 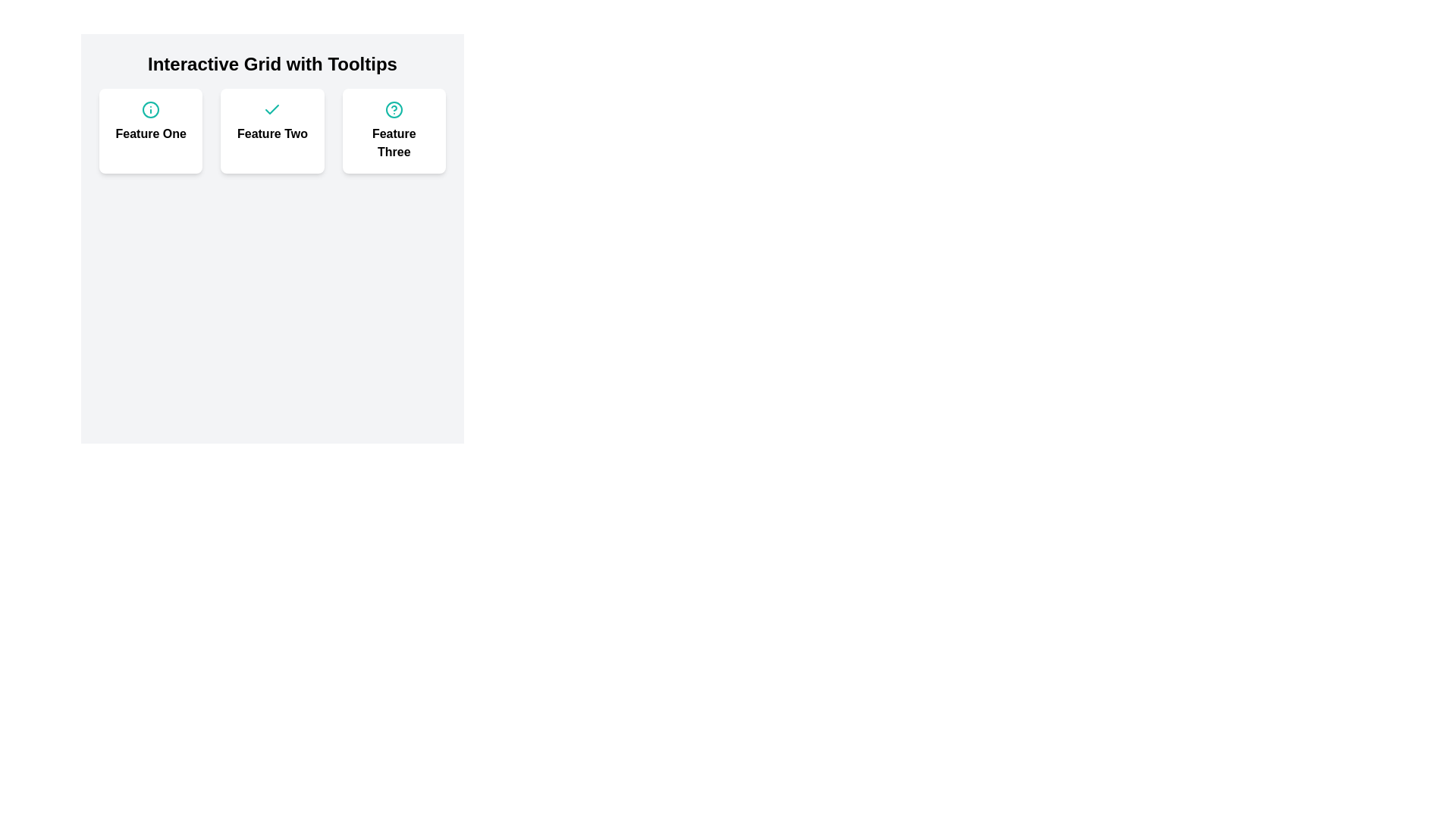 I want to click on the teal circular icon with an information symbol located above the text 'Feature One', so click(x=151, y=109).